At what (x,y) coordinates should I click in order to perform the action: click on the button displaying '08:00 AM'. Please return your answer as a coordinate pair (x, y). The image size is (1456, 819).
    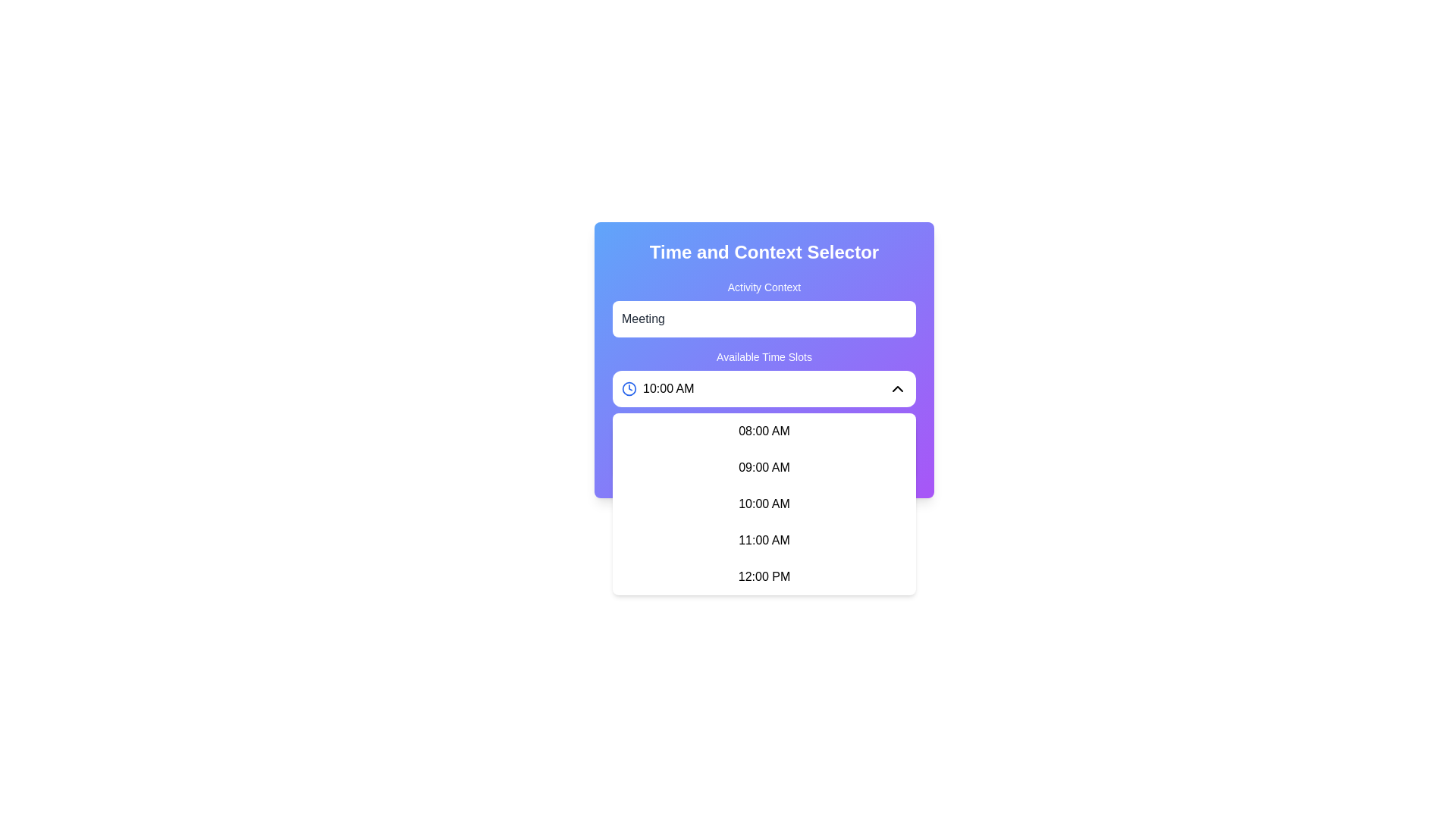
    Looking at the image, I should click on (764, 431).